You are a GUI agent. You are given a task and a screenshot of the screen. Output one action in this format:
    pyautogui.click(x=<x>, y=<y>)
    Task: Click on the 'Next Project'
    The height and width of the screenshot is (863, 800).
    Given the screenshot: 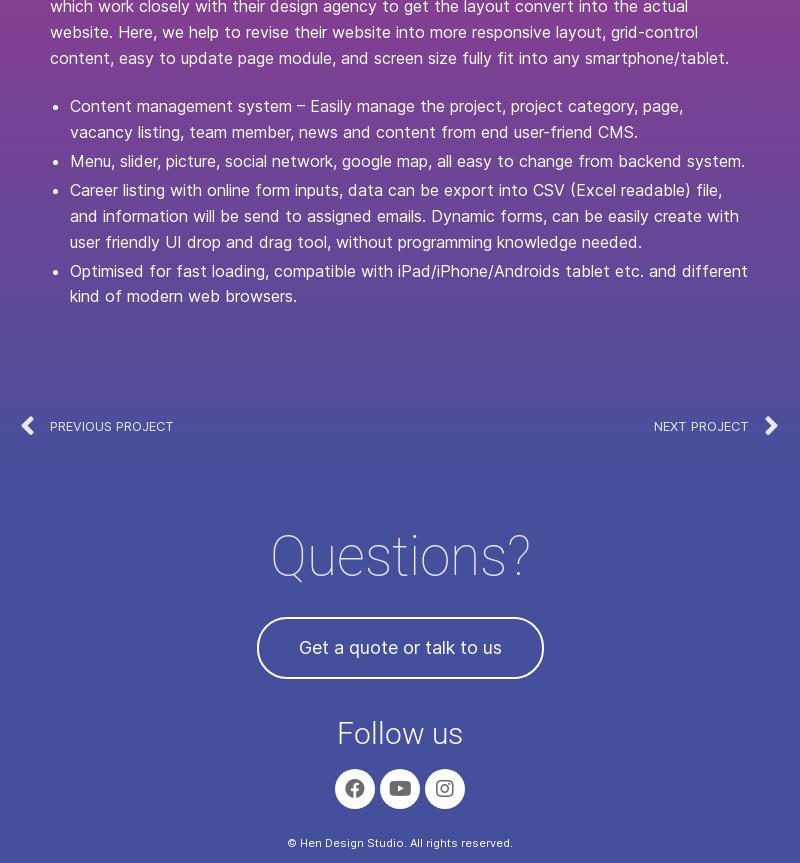 What is the action you would take?
    pyautogui.click(x=700, y=425)
    